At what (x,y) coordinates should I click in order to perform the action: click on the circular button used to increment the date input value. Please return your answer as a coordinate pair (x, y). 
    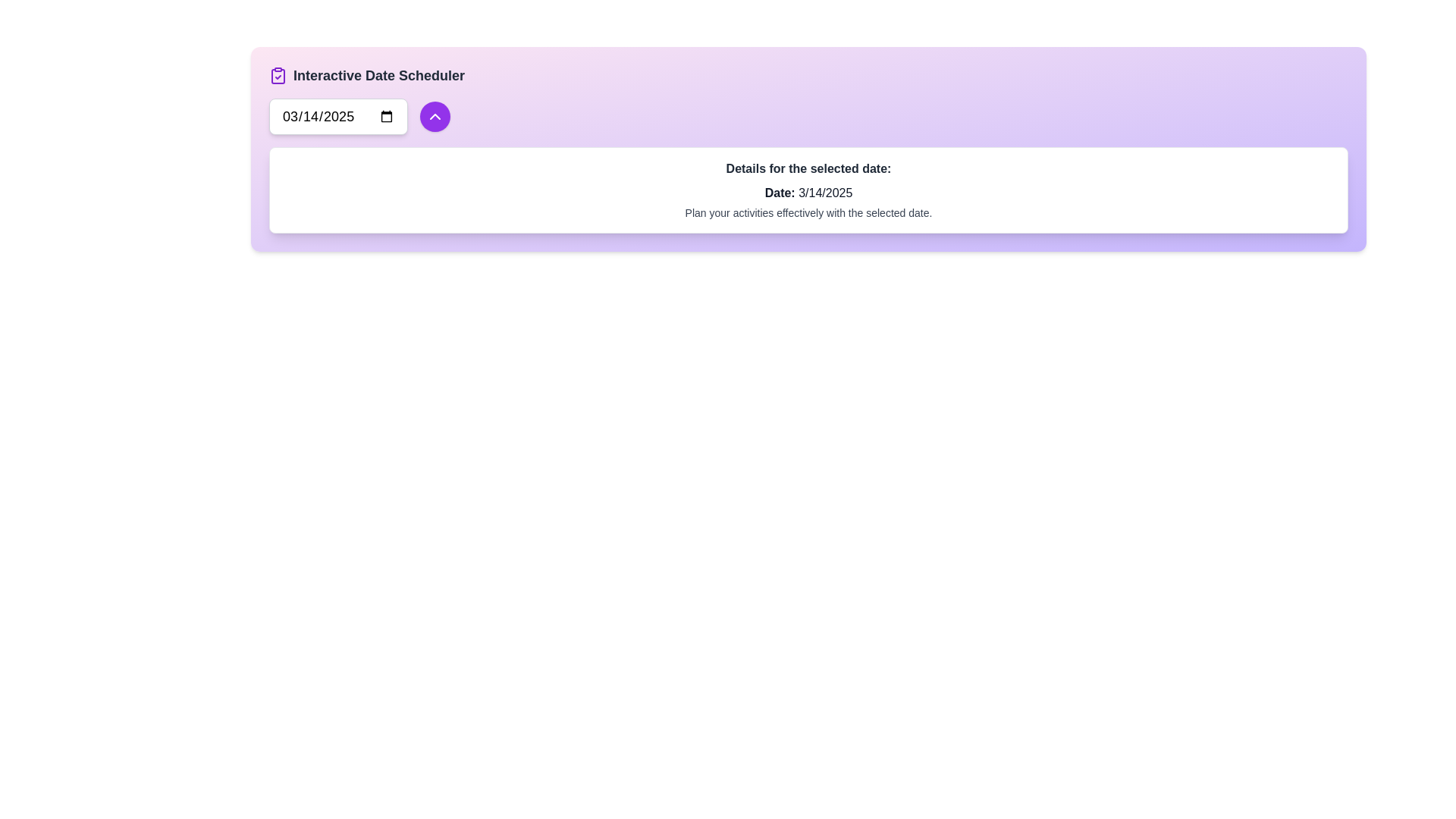
    Looking at the image, I should click on (435, 116).